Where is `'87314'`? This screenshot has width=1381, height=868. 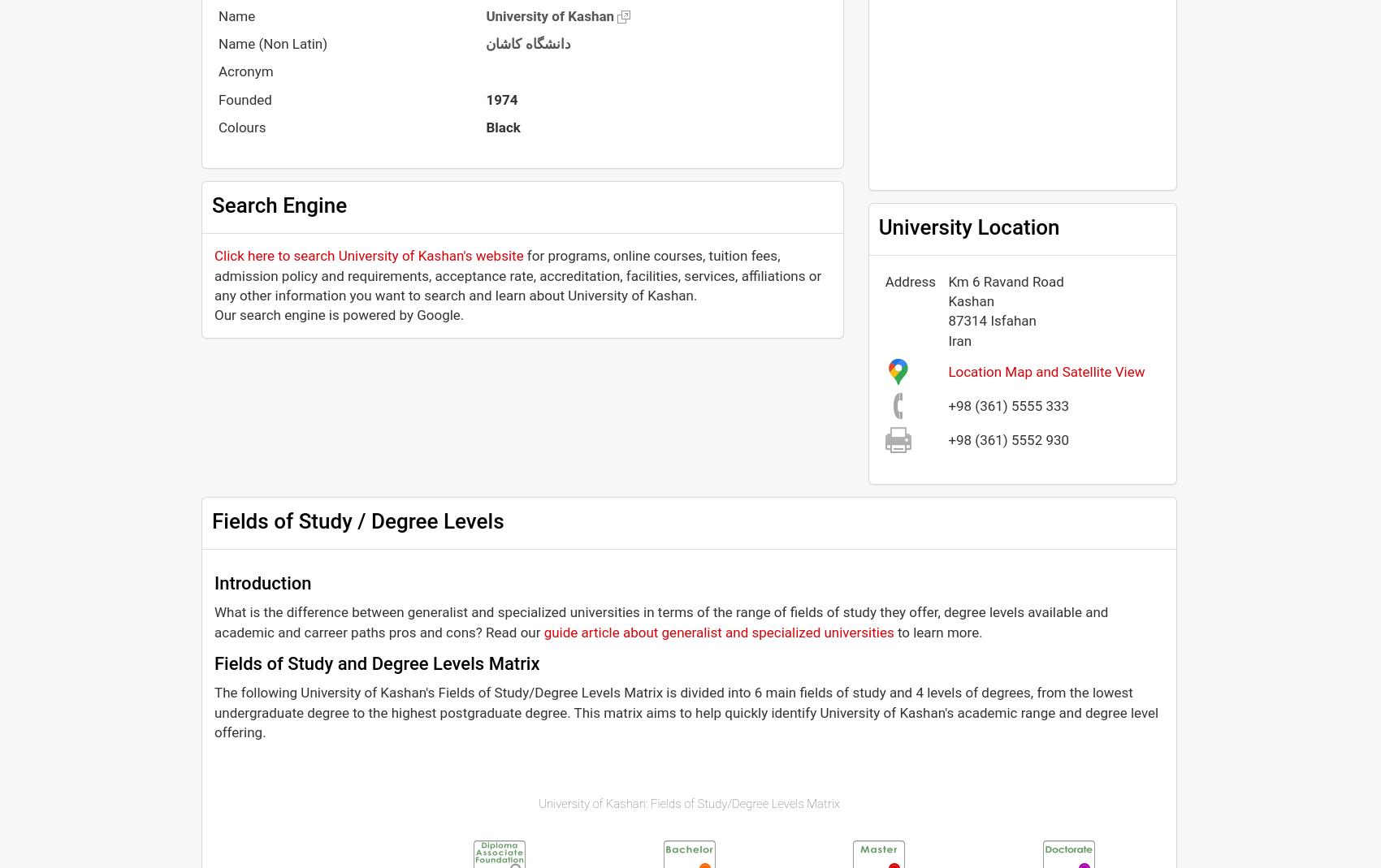 '87314' is located at coordinates (967, 320).